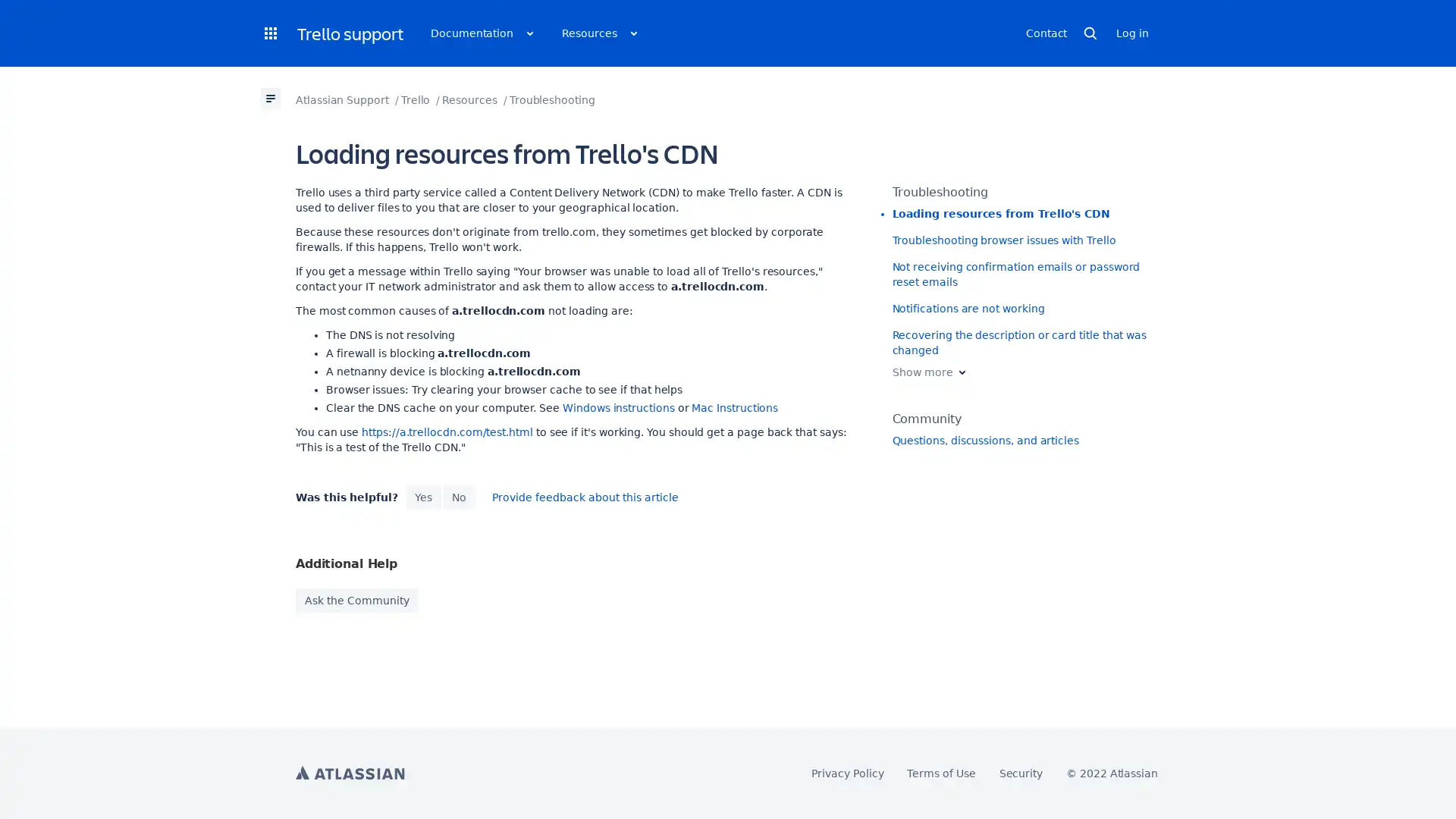  Describe the element at coordinates (1090, 33) in the screenshot. I see `Open search page` at that location.